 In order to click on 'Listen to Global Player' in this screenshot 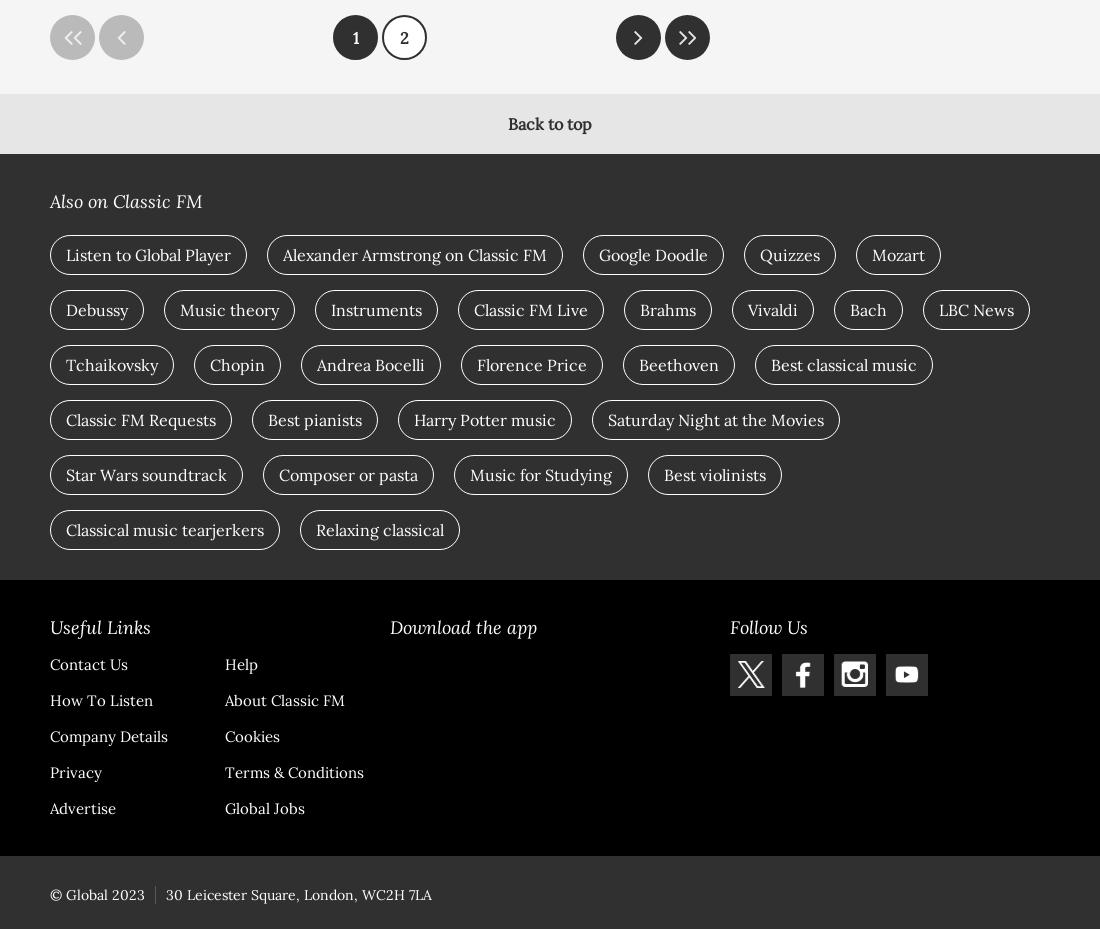, I will do `click(147, 254)`.